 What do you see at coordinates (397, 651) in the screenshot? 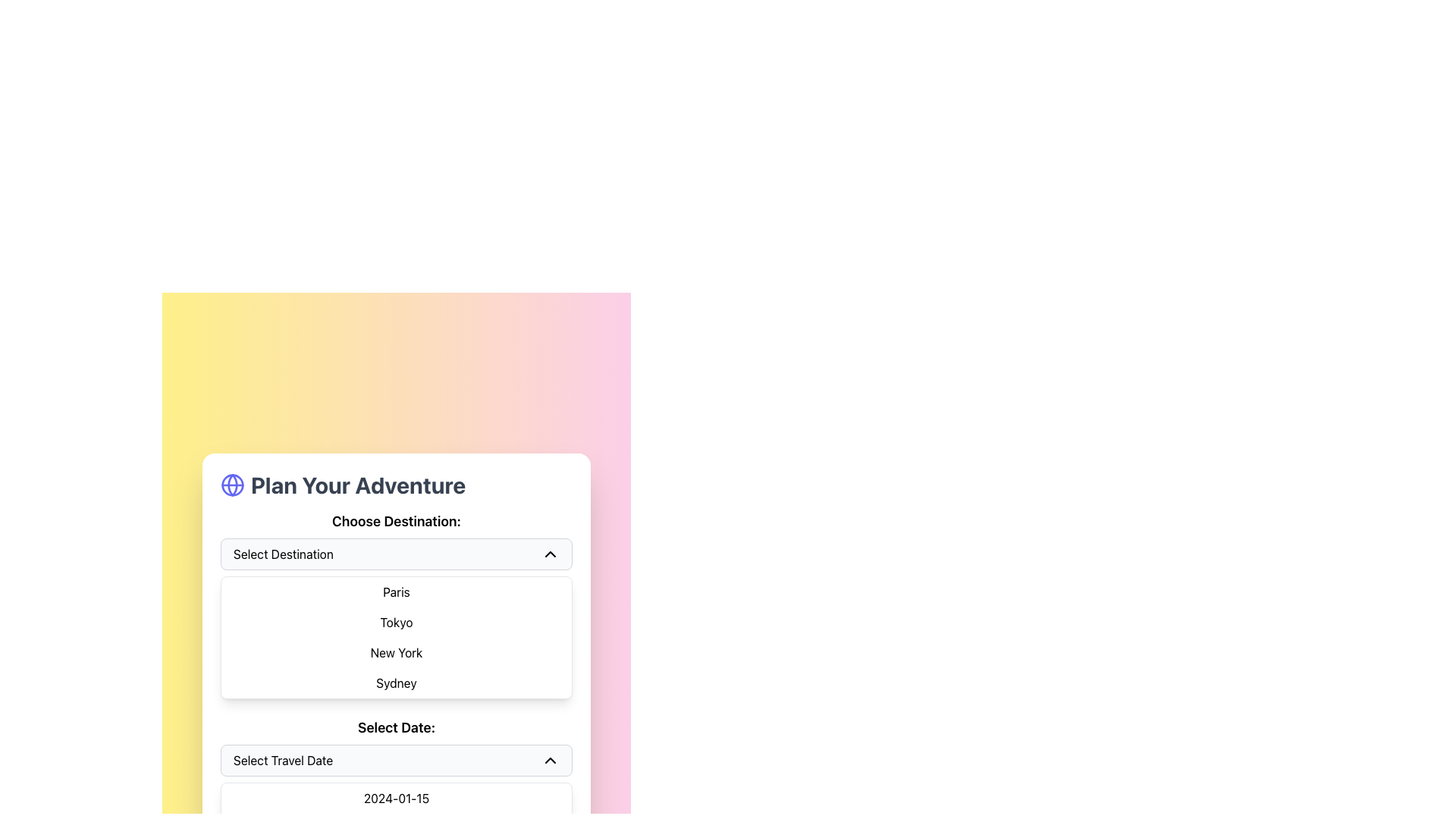
I see `the text item labeled 'New York' in the dropdown menu to trigger the background color change to indigo` at bounding box center [397, 651].